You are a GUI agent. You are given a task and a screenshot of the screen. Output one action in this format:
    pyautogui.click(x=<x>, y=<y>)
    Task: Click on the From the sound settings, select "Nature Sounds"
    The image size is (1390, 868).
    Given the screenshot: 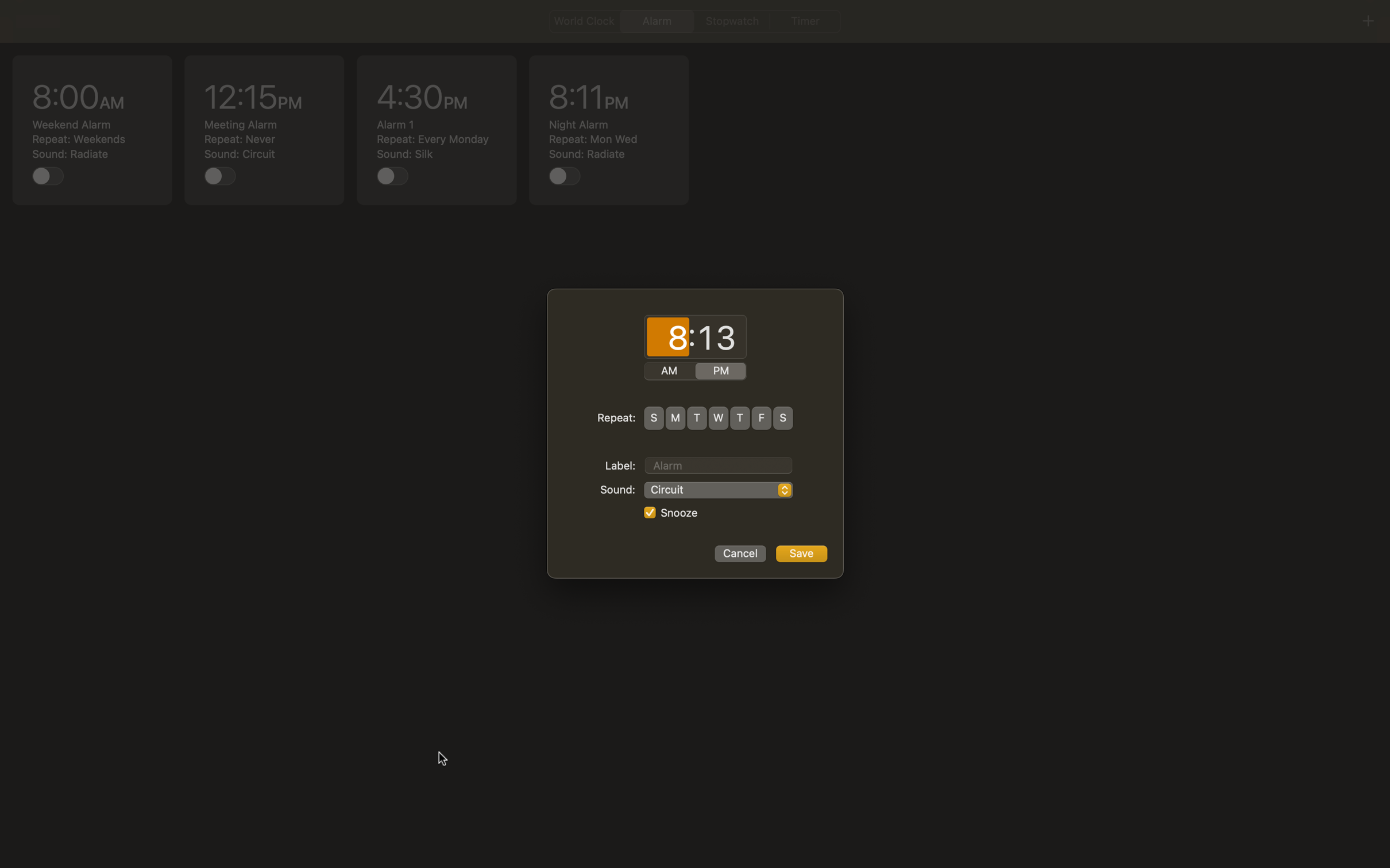 What is the action you would take?
    pyautogui.click(x=718, y=490)
    